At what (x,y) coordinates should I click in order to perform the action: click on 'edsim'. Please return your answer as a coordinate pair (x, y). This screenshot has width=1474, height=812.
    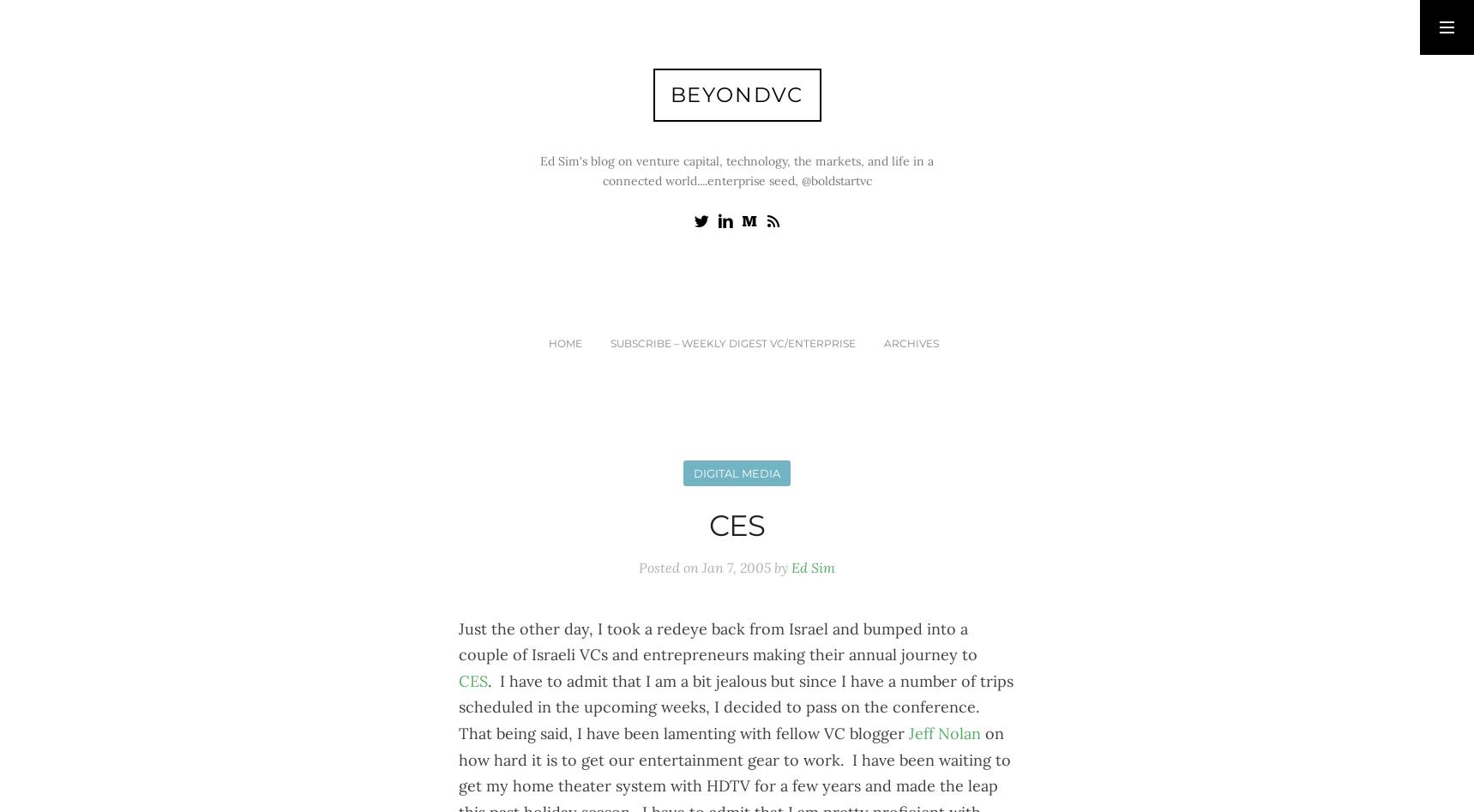
    Looking at the image, I should click on (1190, 92).